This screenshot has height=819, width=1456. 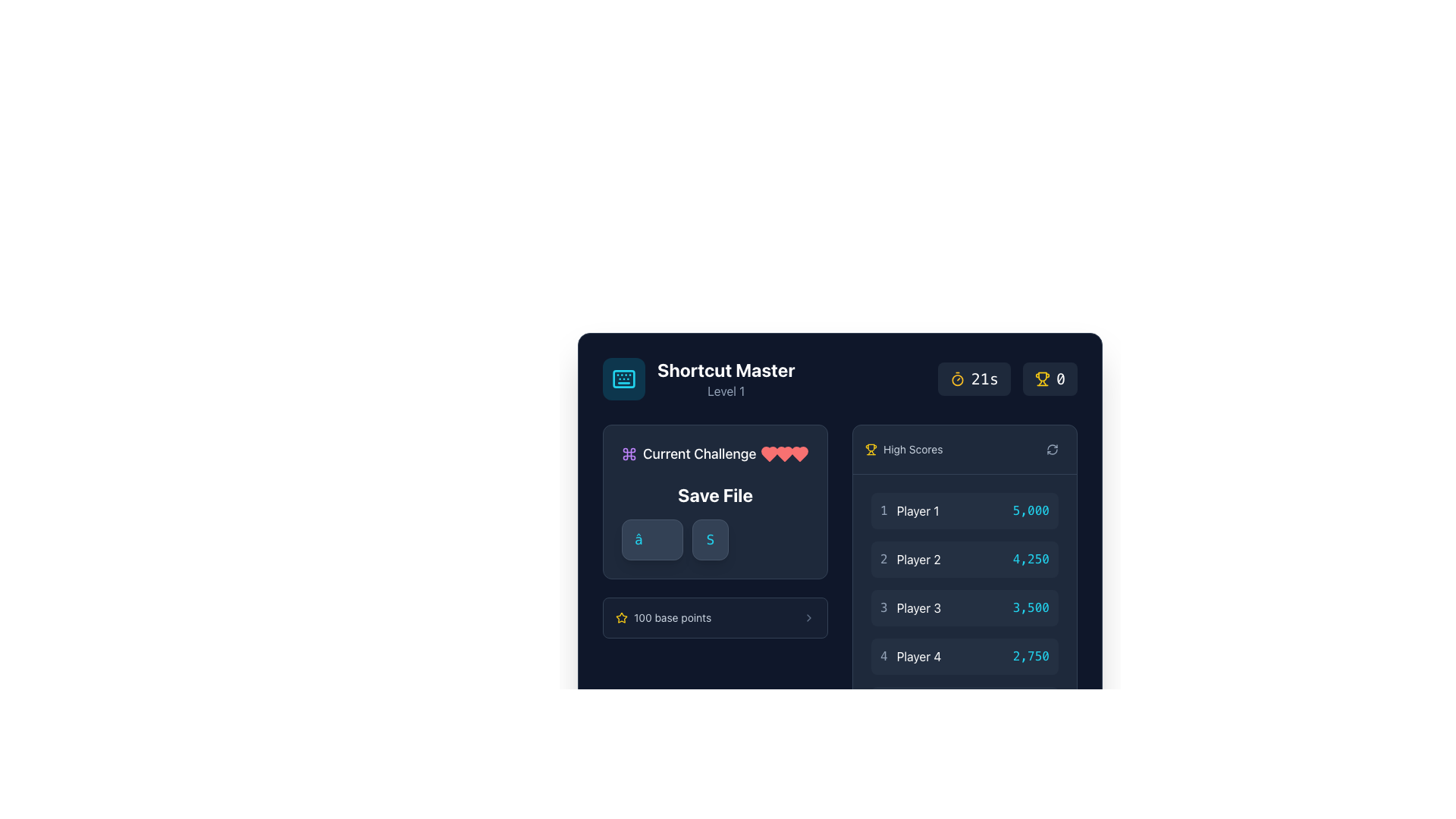 I want to click on the trophy icon representing achievement or high scores, located to the left of the 'High Scores' text label in the right content panel, so click(x=871, y=449).